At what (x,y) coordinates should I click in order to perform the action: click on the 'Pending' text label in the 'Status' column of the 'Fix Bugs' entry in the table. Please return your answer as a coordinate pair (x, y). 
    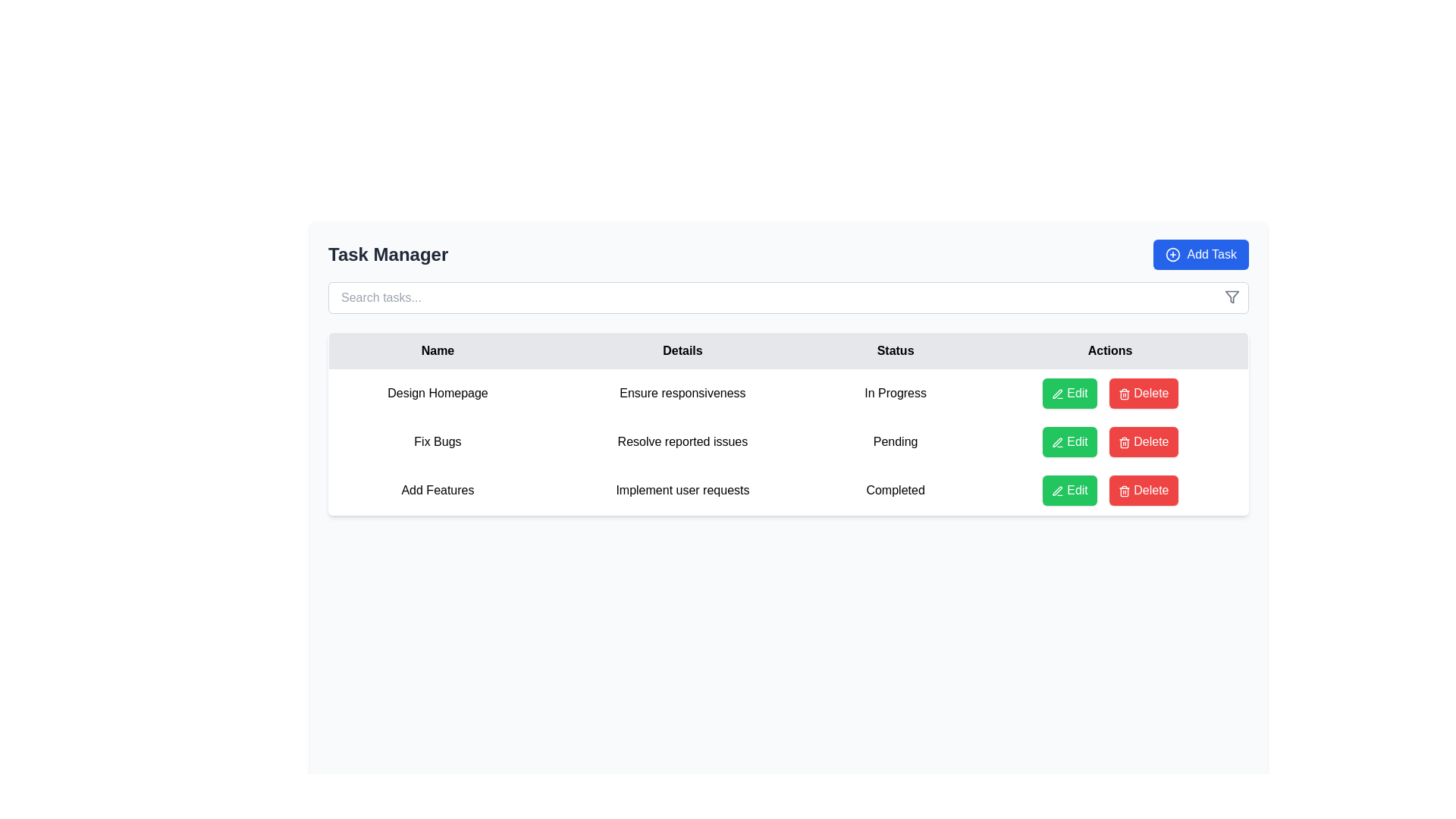
    Looking at the image, I should click on (896, 441).